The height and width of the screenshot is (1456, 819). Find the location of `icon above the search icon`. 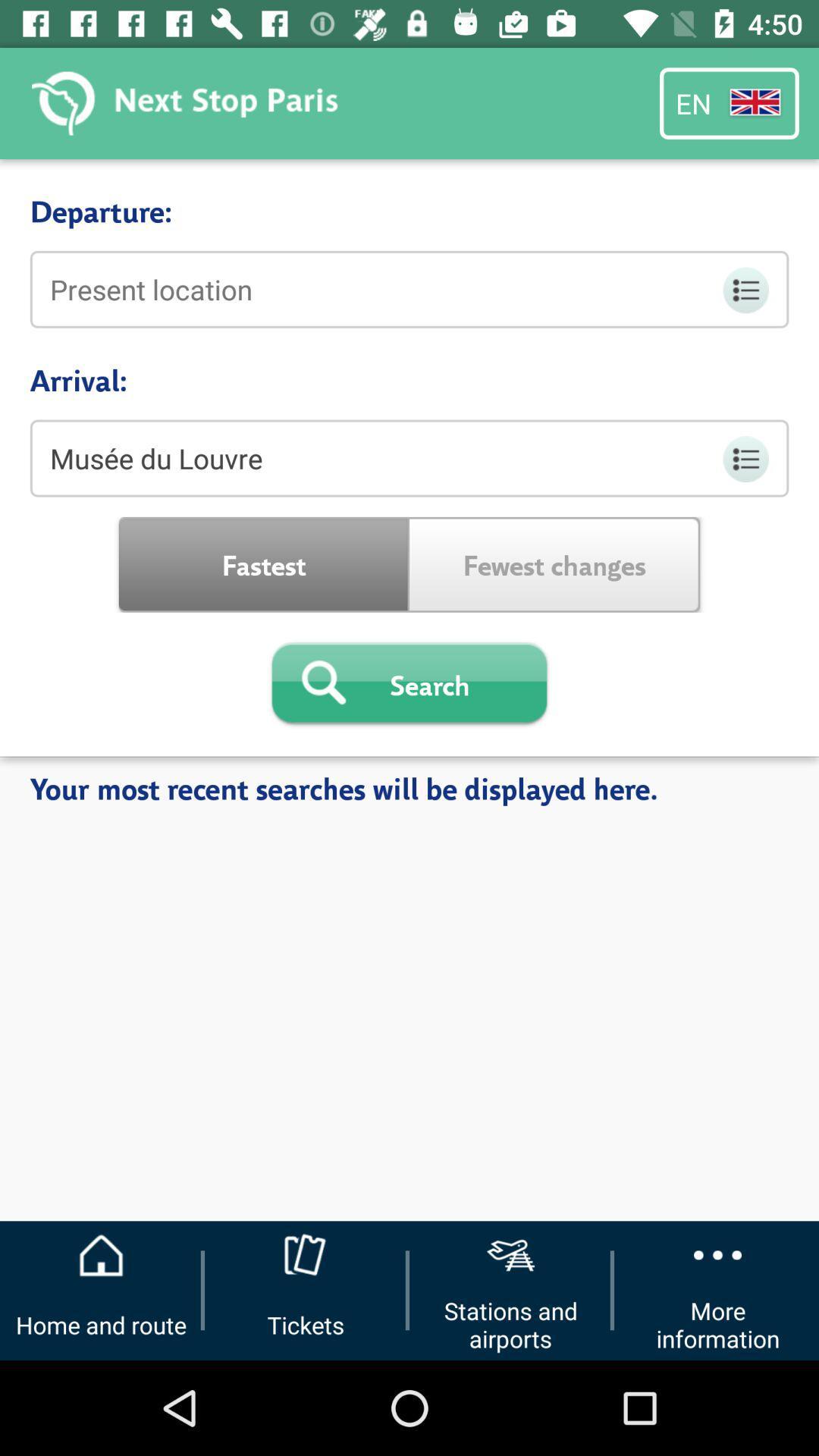

icon above the search icon is located at coordinates (263, 563).